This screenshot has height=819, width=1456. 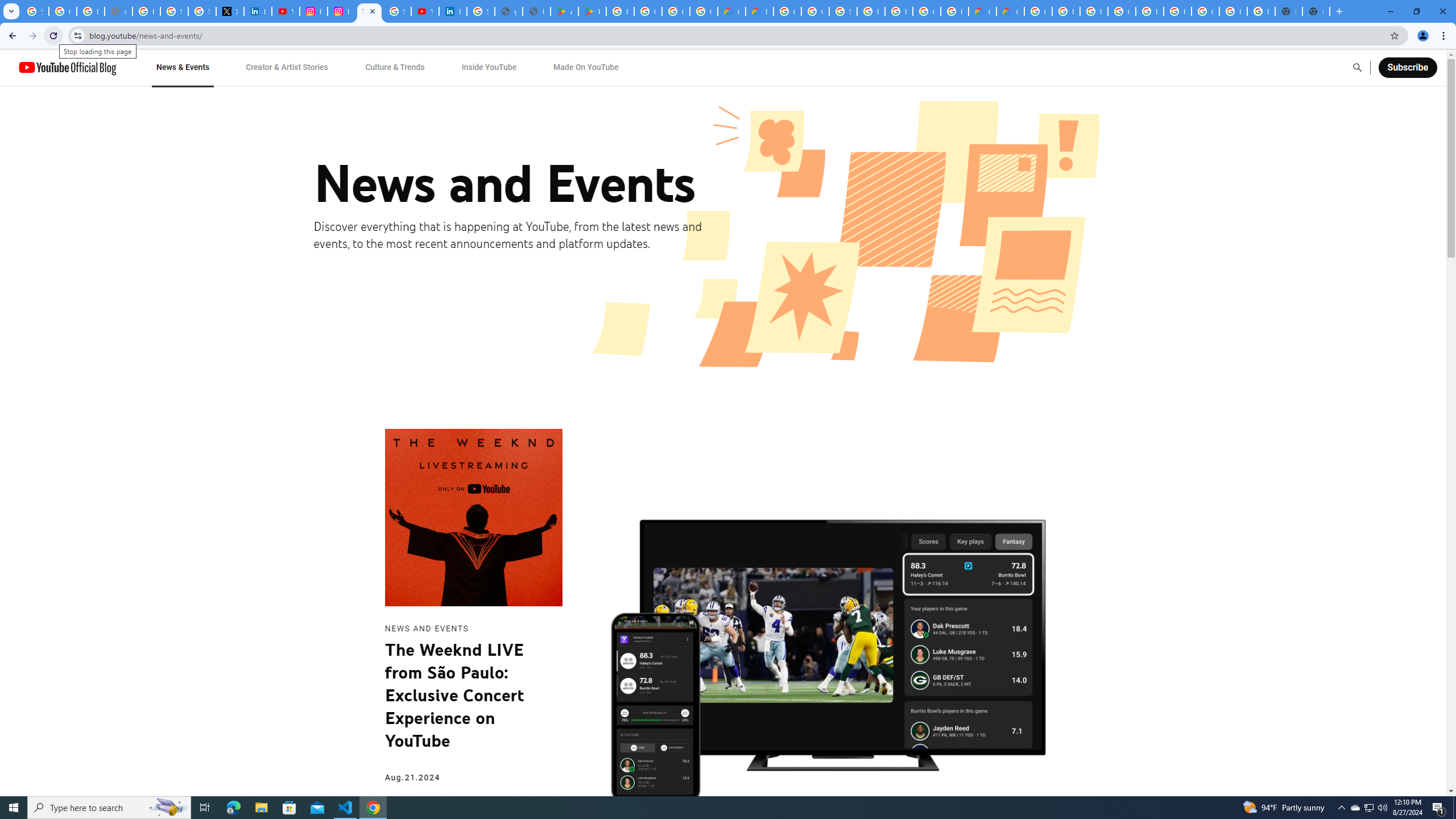 What do you see at coordinates (118, 11) in the screenshot?
I see `'support.google.com - Network error'` at bounding box center [118, 11].